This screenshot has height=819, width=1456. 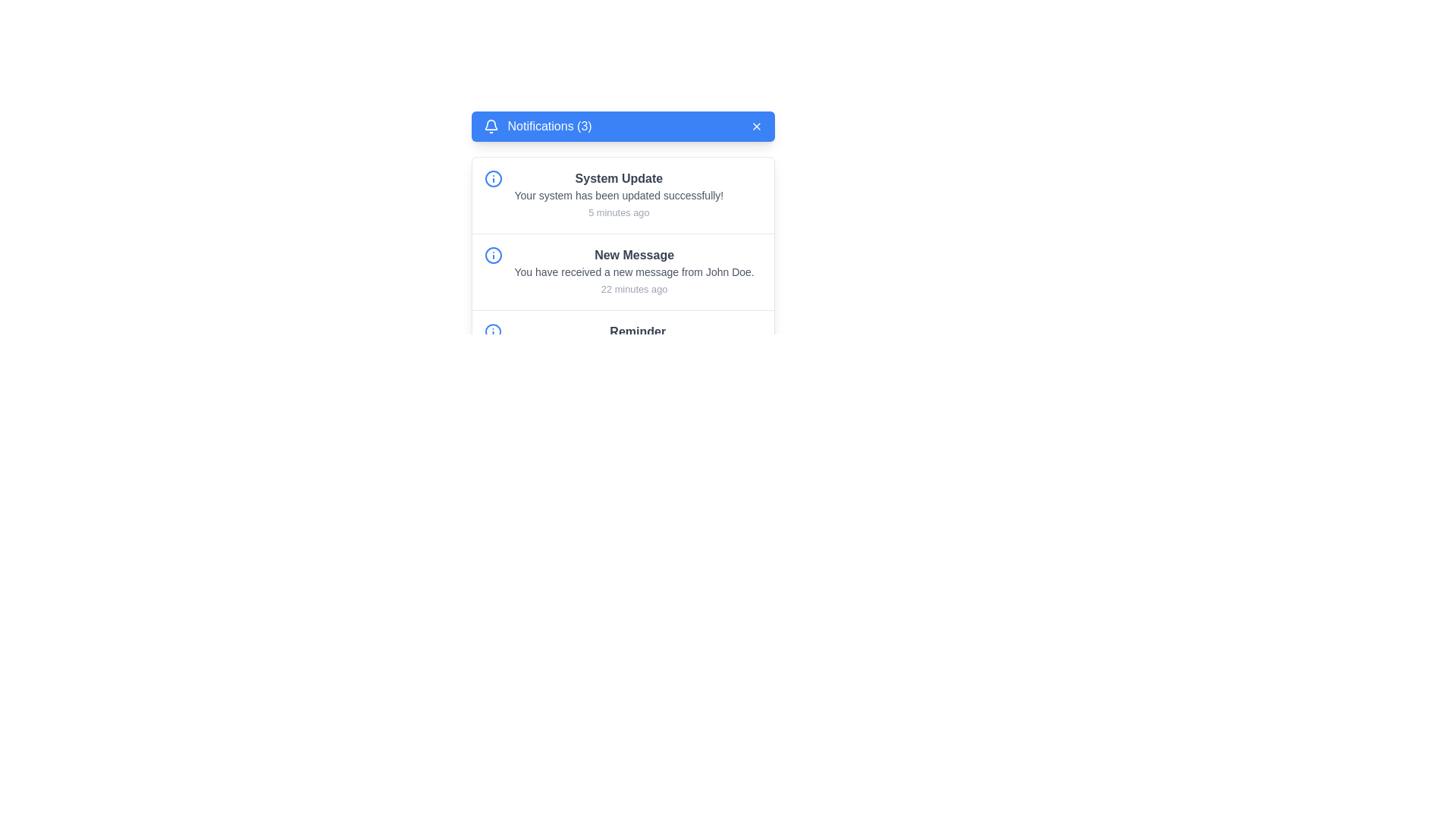 I want to click on the static icon indicating informational updates in the 'System Update' notification card, located at the top-left corner before the text content, so click(x=493, y=177).